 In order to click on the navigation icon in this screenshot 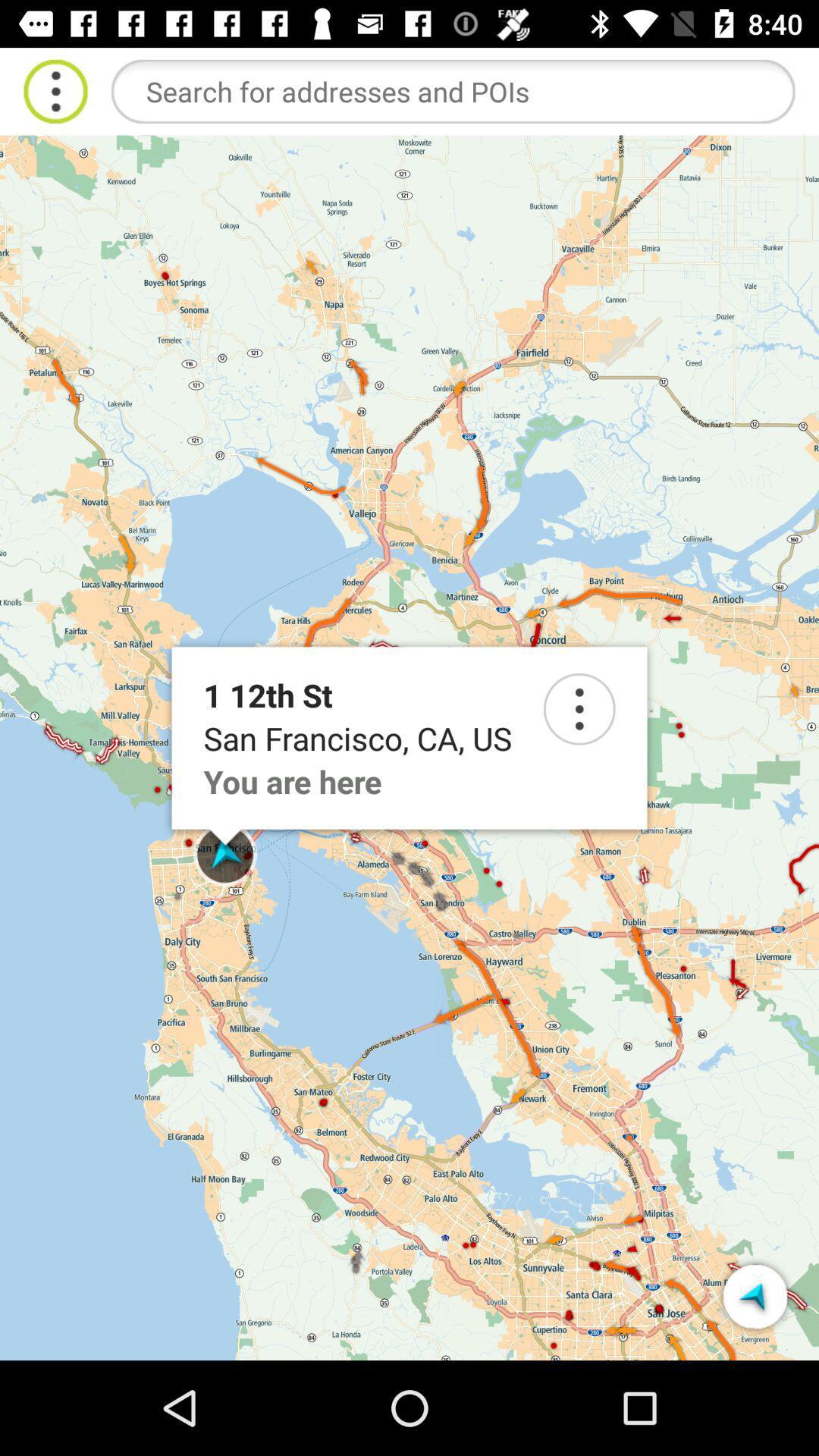, I will do `click(755, 1295)`.